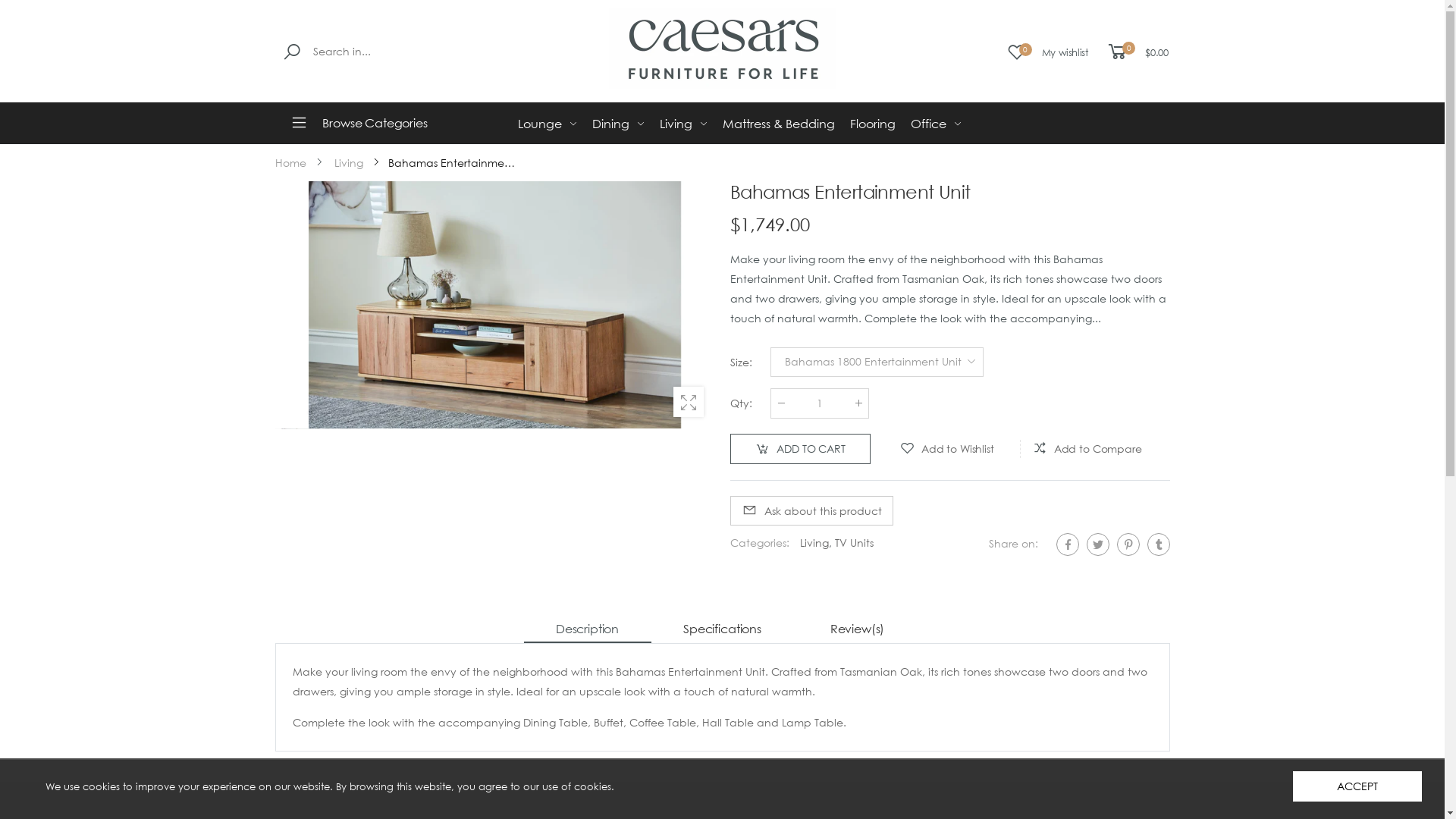  Describe the element at coordinates (377, 122) in the screenshot. I see `'Browse Categories'` at that location.